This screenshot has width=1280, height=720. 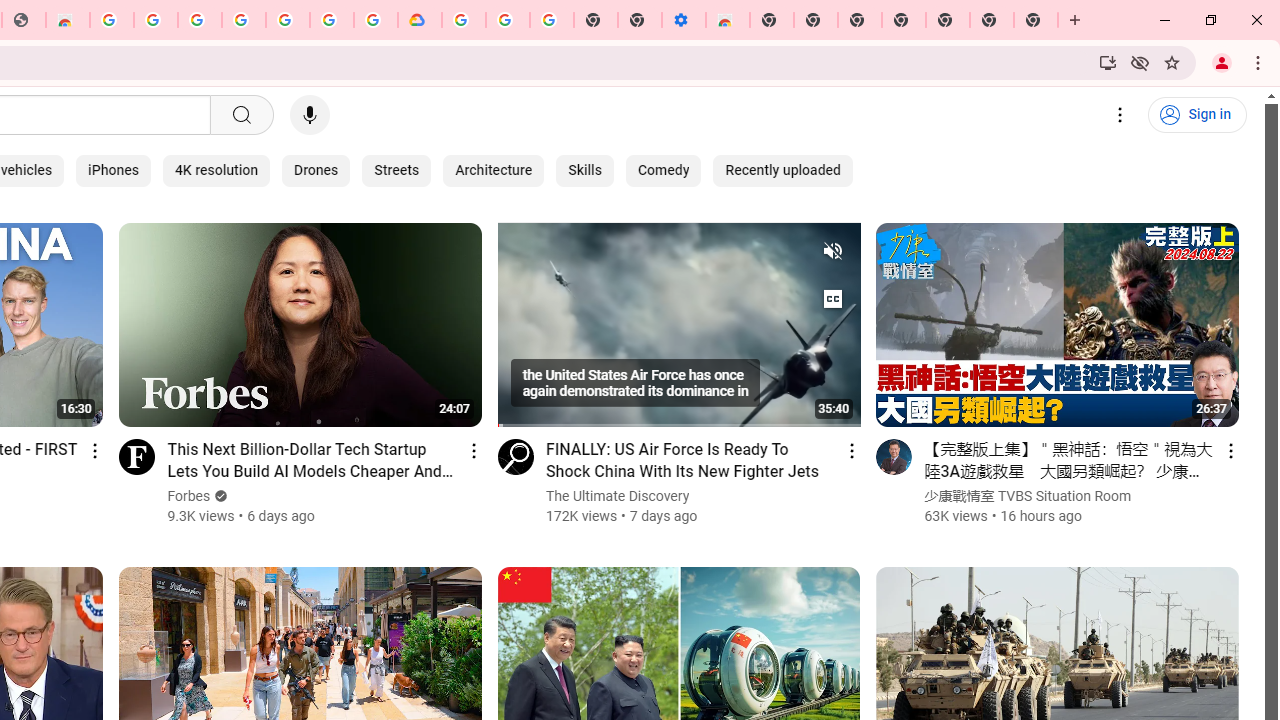 I want to click on 'Action menu', so click(x=1229, y=450).